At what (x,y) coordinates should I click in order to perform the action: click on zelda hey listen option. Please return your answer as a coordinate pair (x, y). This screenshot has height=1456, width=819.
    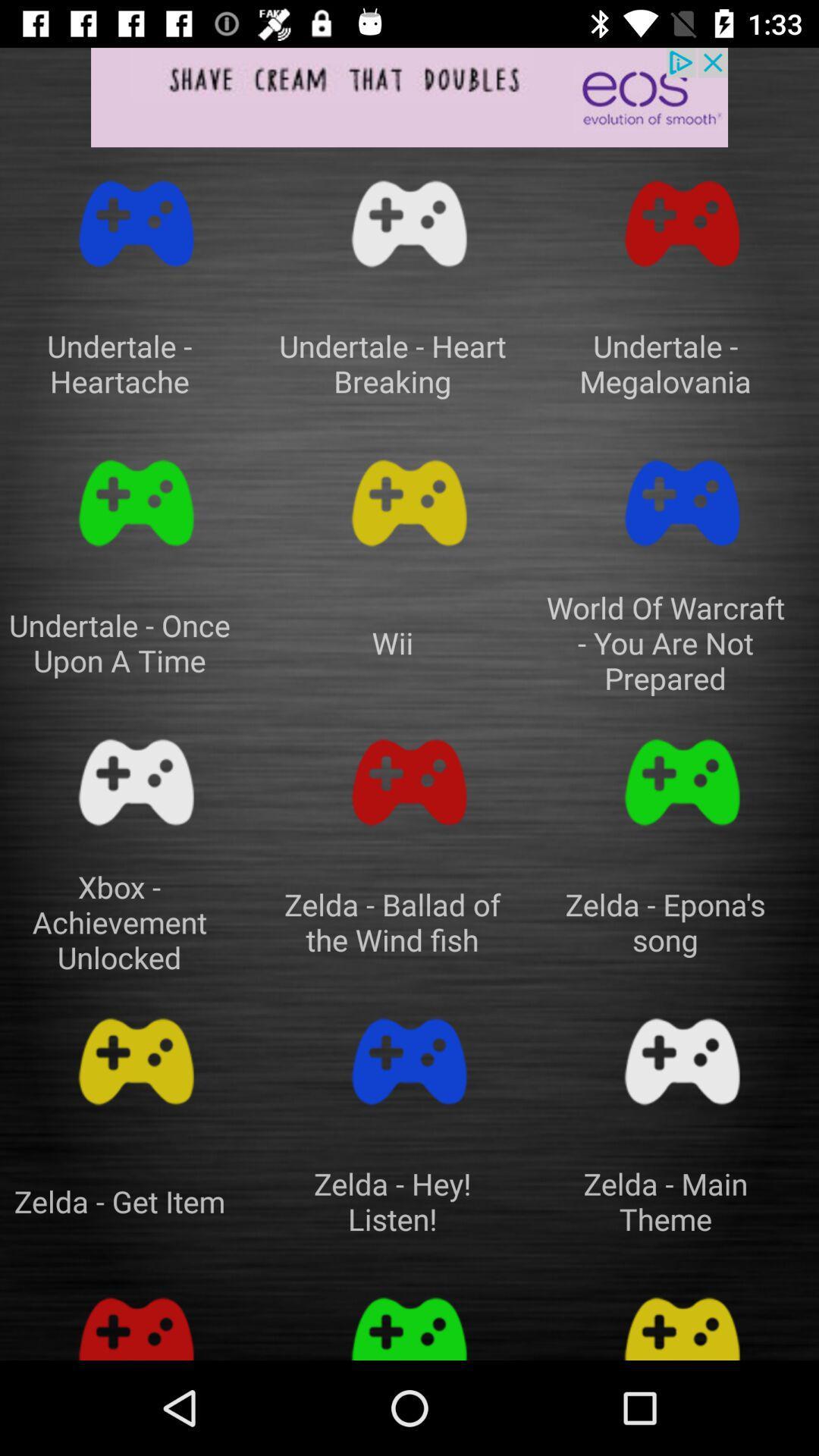
    Looking at the image, I should click on (409, 1061).